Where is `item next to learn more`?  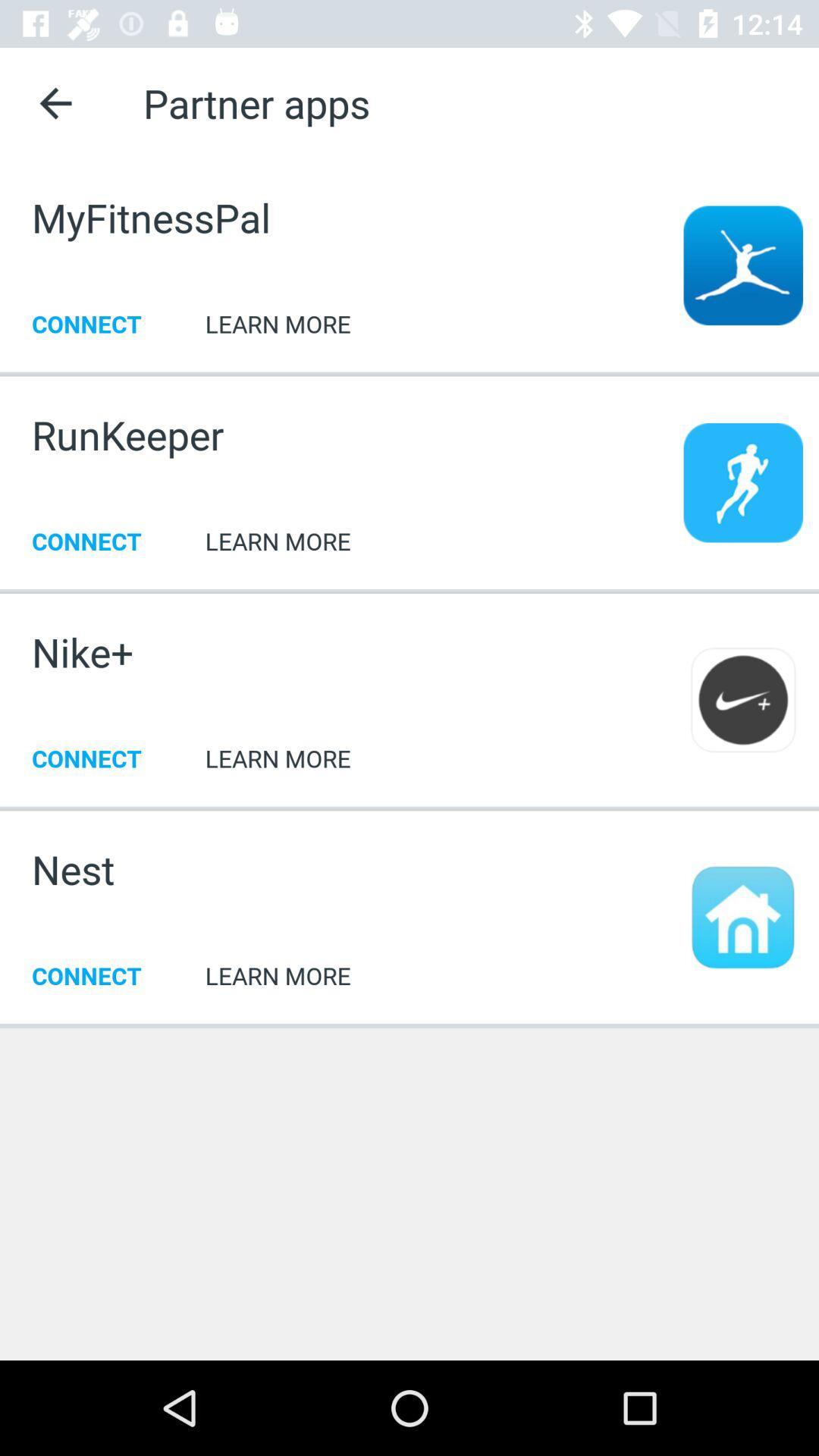 item next to learn more is located at coordinates (83, 651).